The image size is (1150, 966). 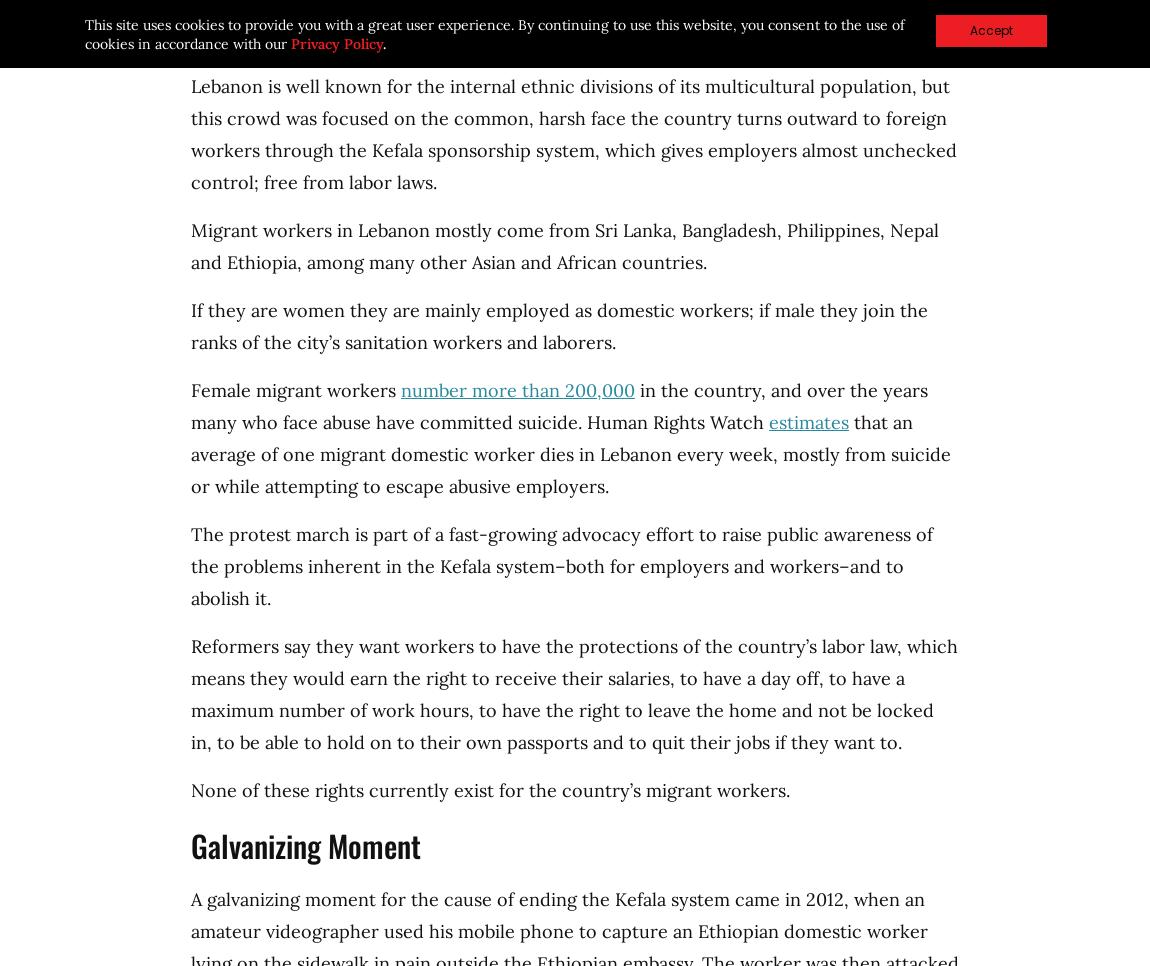 What do you see at coordinates (594, 229) in the screenshot?
I see `'Sri Lanka'` at bounding box center [594, 229].